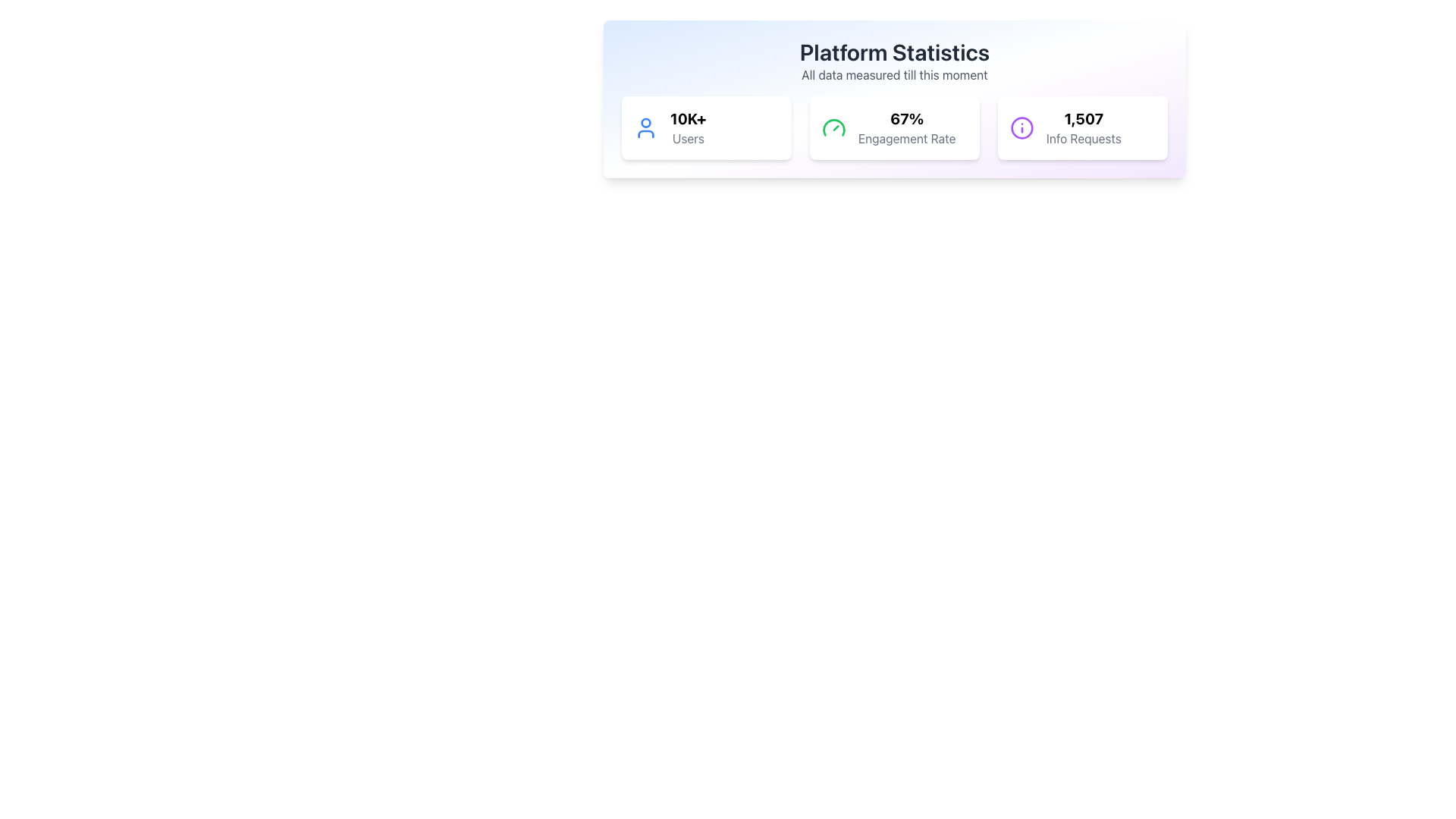  What do you see at coordinates (895, 52) in the screenshot?
I see `the main heading text for the statistics section, which indicates platform-related metrics` at bounding box center [895, 52].